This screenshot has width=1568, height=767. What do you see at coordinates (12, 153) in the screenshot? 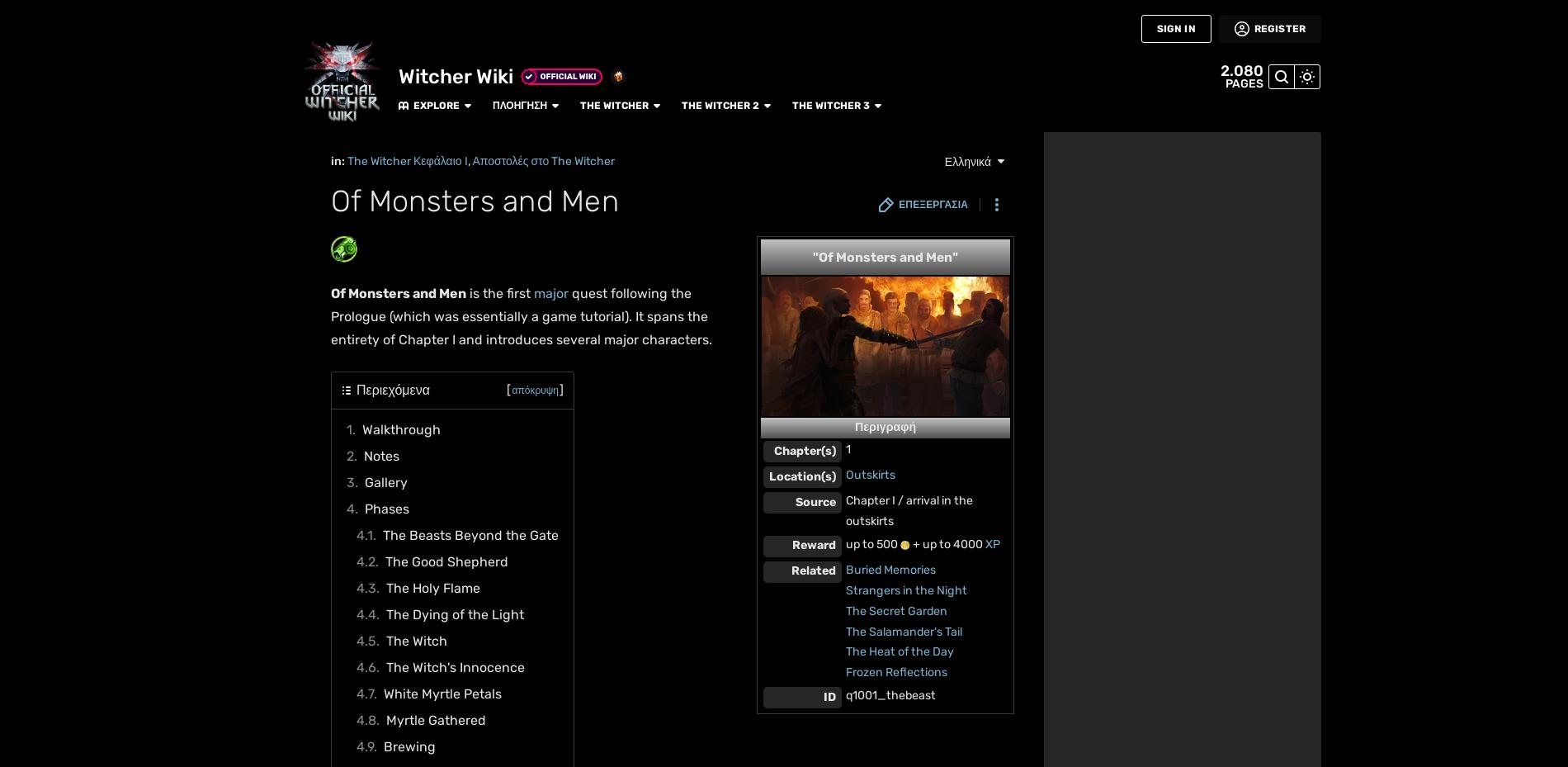
I see `'Games'` at bounding box center [12, 153].